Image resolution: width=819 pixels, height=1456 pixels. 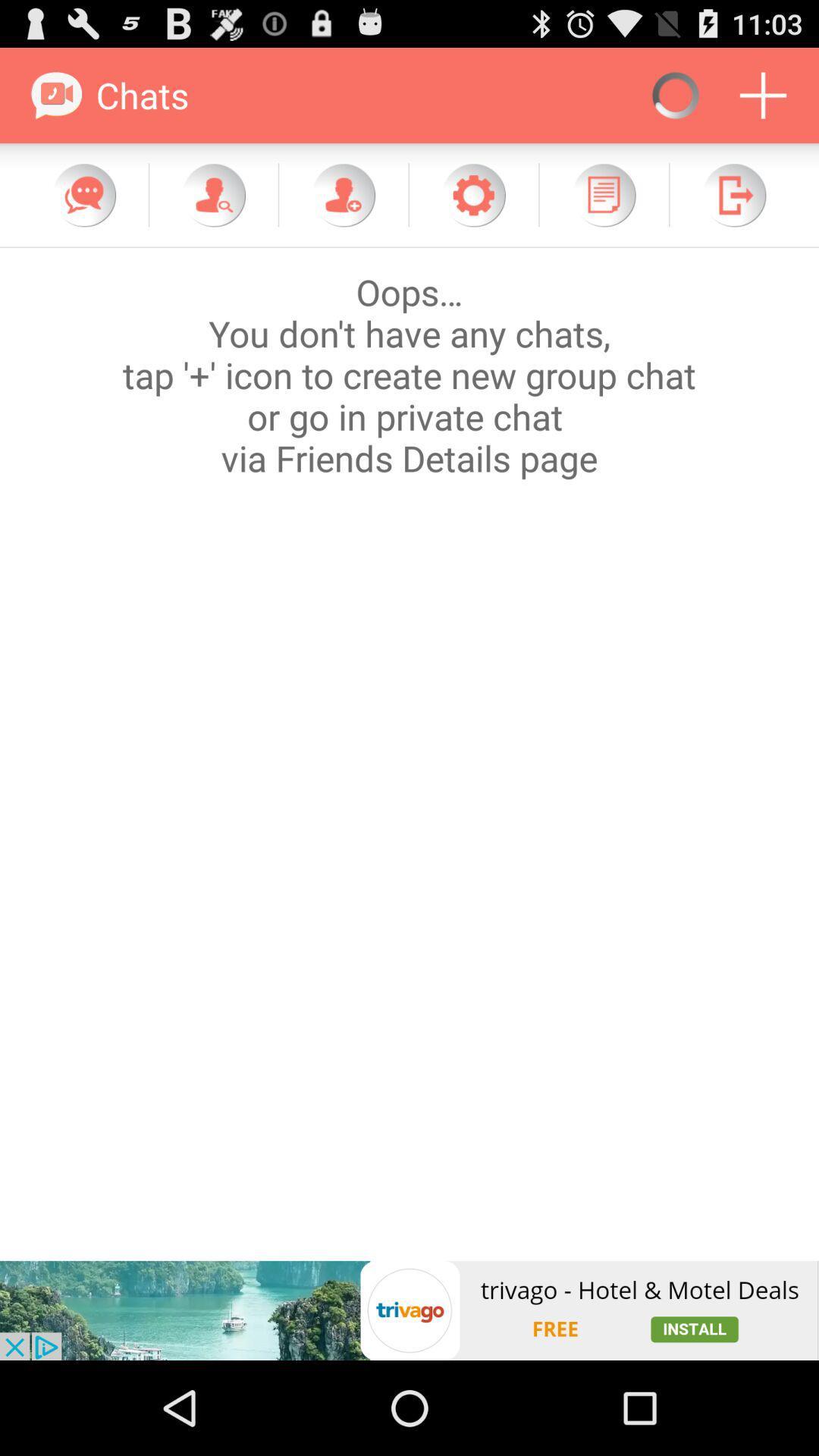 I want to click on next, so click(x=733, y=194).